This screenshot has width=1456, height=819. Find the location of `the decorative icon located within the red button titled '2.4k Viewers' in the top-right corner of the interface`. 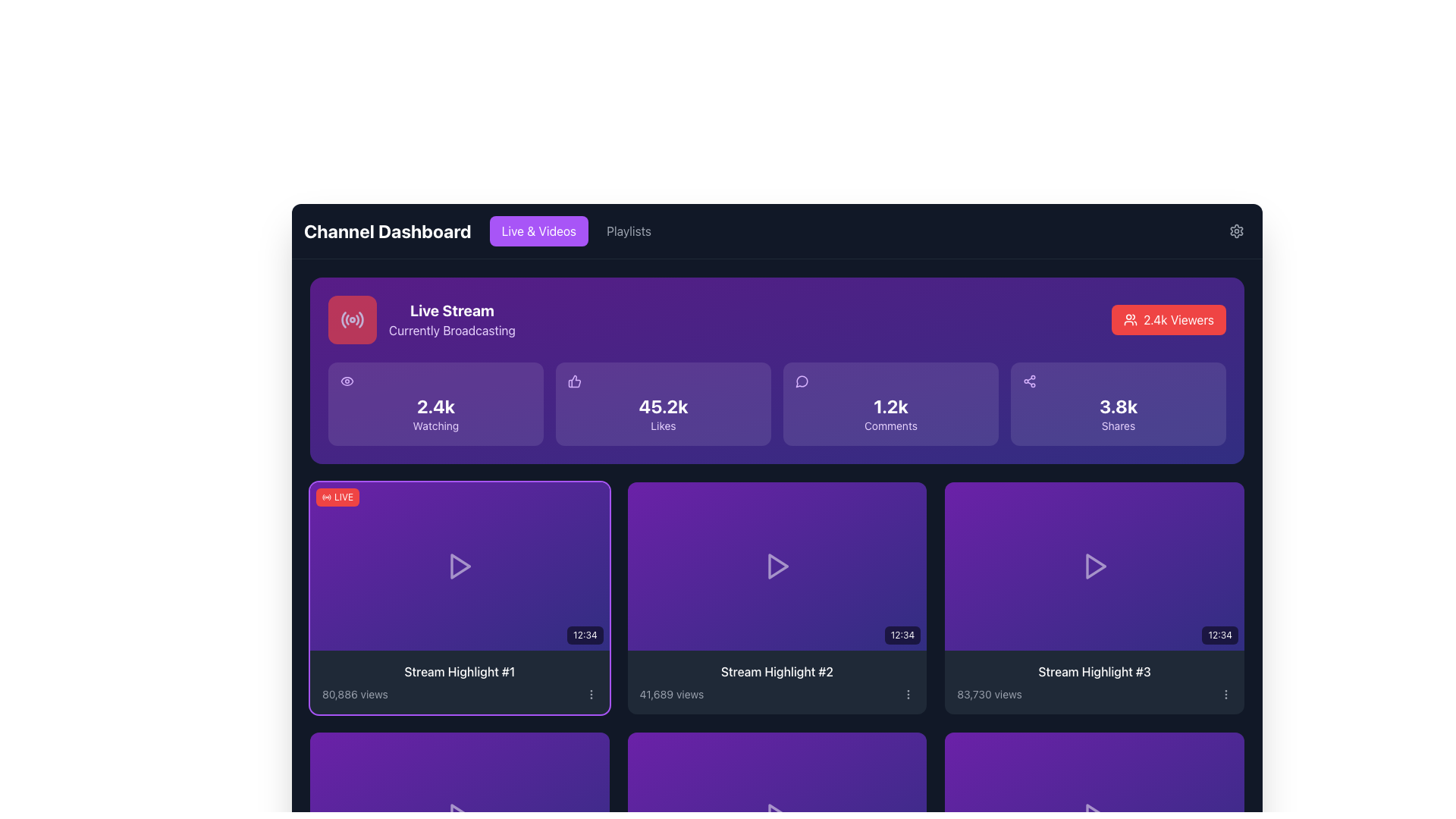

the decorative icon located within the red button titled '2.4k Viewers' in the top-right corner of the interface is located at coordinates (1131, 318).